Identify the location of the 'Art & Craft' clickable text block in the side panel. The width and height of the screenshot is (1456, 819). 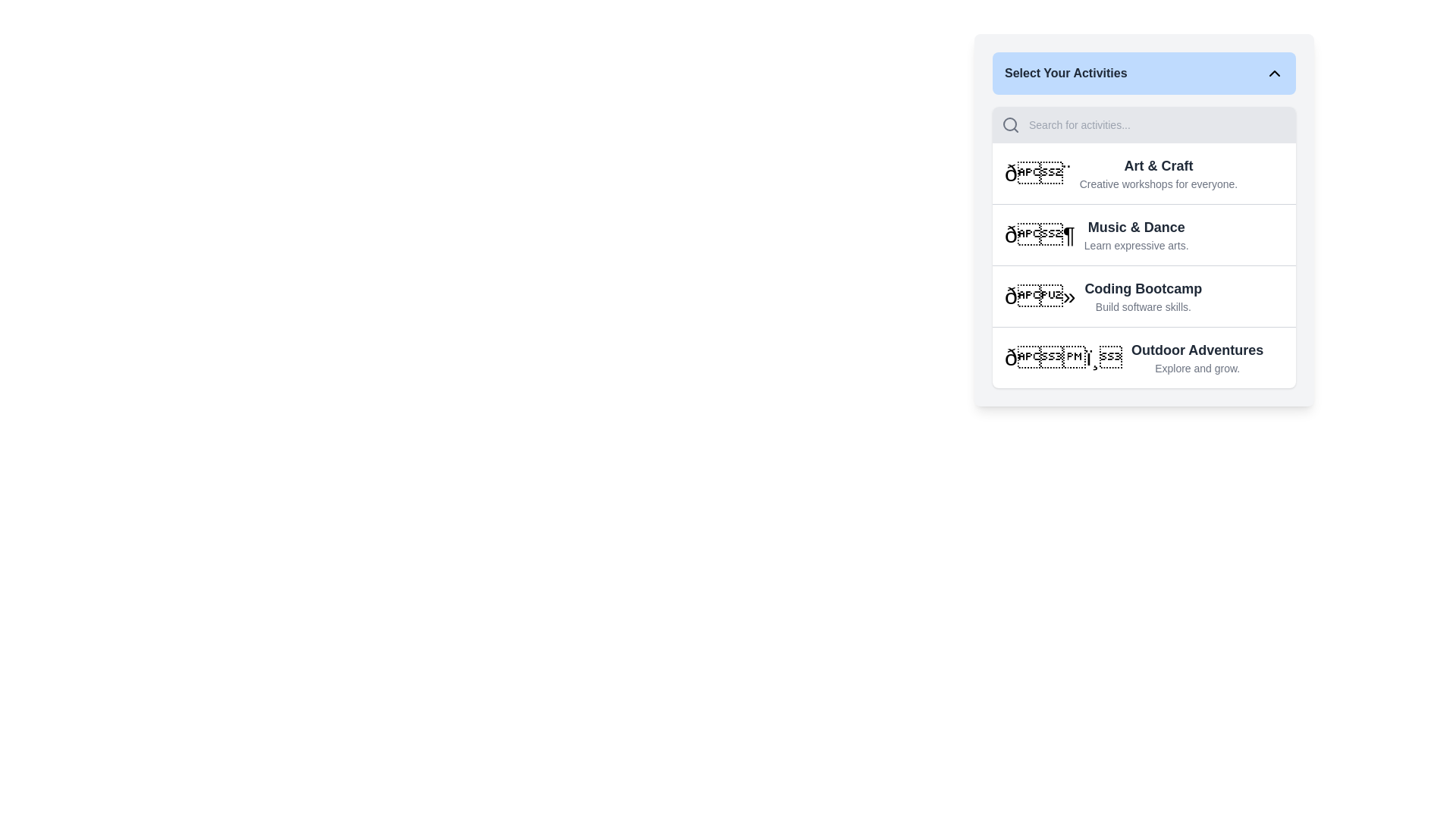
(1157, 172).